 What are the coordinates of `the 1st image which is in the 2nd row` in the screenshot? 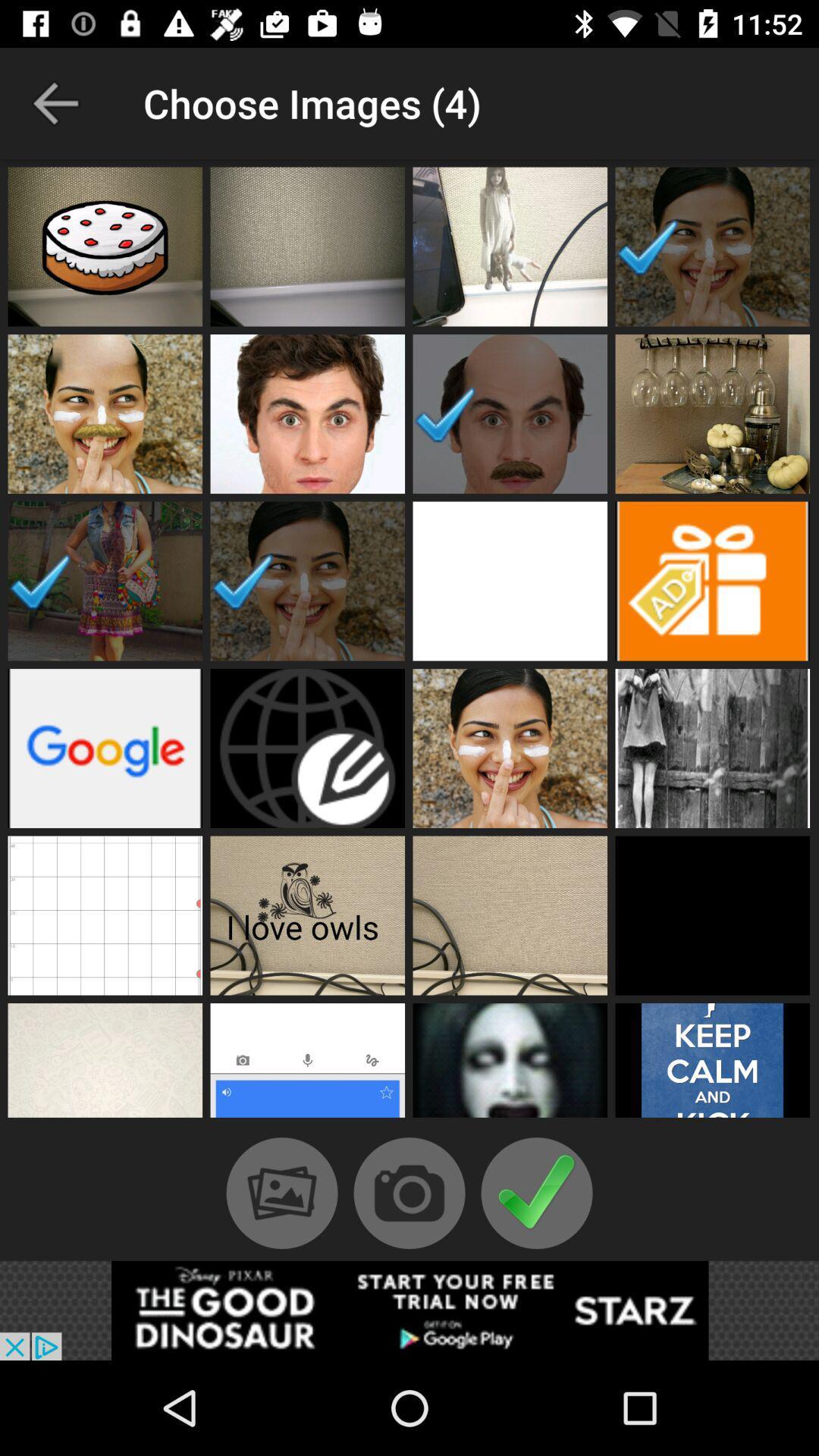 It's located at (104, 414).